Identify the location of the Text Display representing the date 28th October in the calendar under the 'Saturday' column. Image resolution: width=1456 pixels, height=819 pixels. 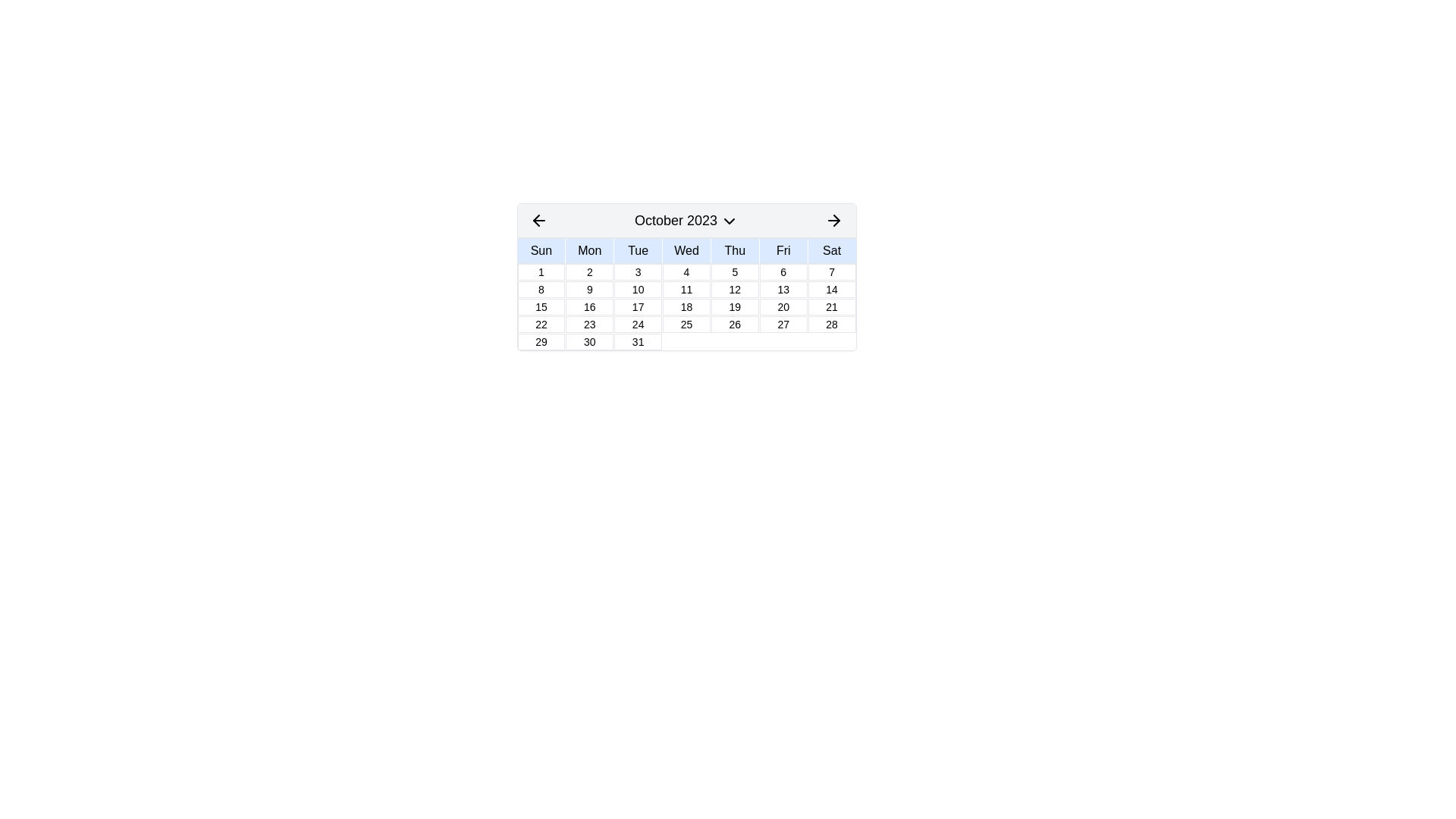
(831, 324).